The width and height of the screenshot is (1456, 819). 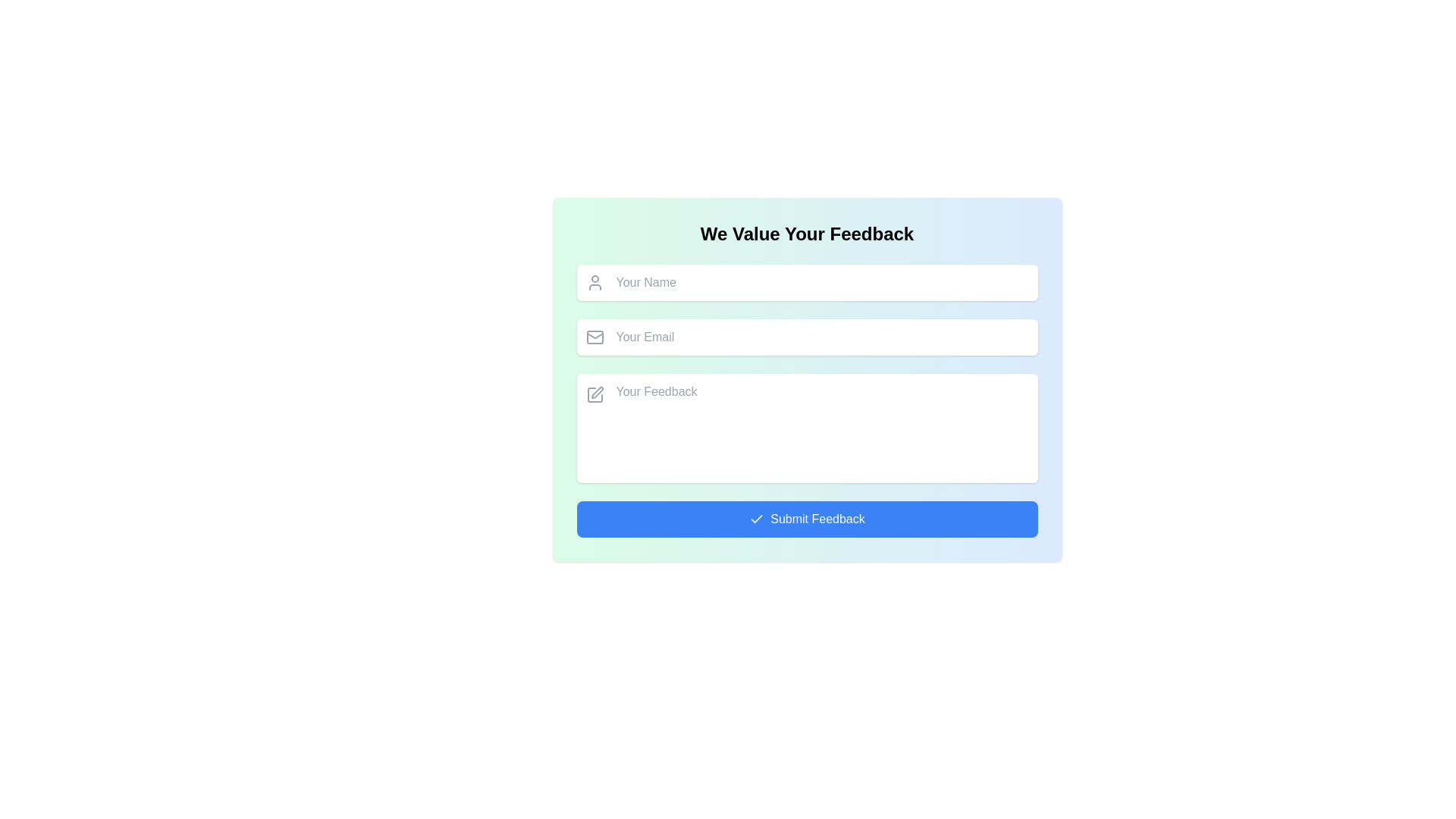 I want to click on the checkmark SVG icon indicating confirmation or success, located within the blue button next to the 'Submit Feedback' label, so click(x=757, y=518).